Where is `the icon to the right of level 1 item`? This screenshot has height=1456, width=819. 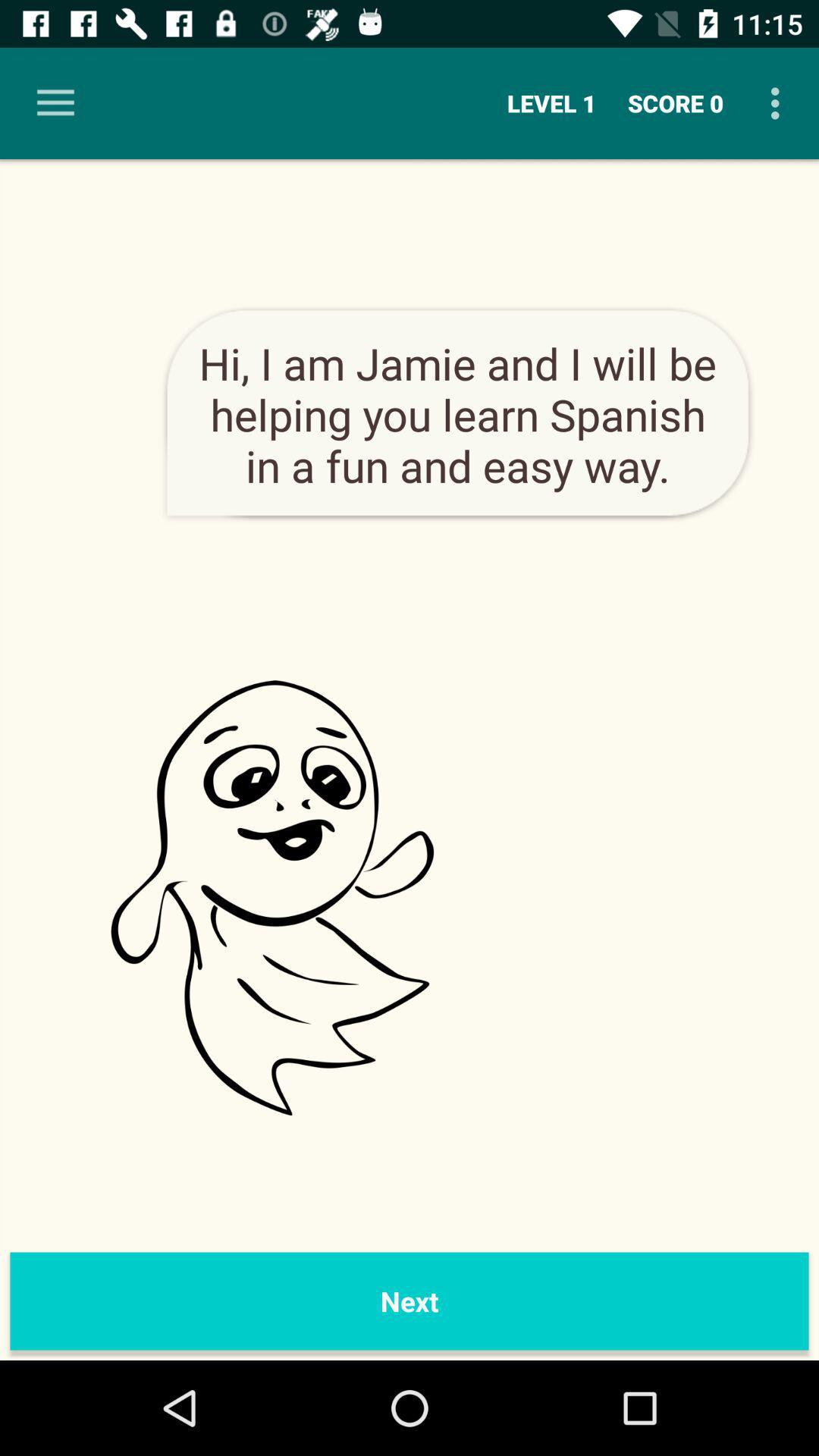 the icon to the right of level 1 item is located at coordinates (675, 102).